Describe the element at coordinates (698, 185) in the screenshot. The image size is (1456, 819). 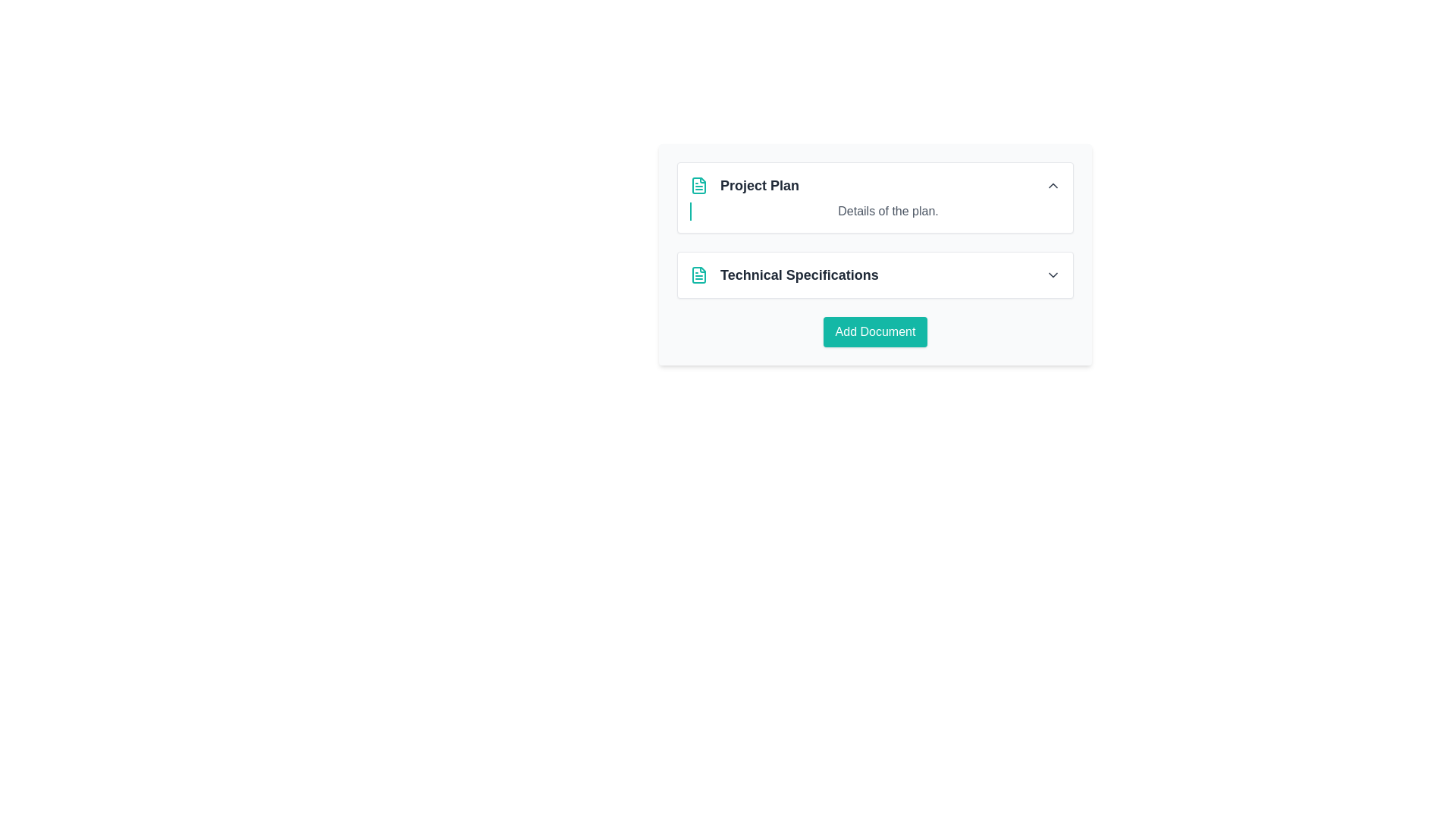
I see `the visual cues of the 'Project Plan' icon located at the left-most side of the 'Project Plan' section` at that location.